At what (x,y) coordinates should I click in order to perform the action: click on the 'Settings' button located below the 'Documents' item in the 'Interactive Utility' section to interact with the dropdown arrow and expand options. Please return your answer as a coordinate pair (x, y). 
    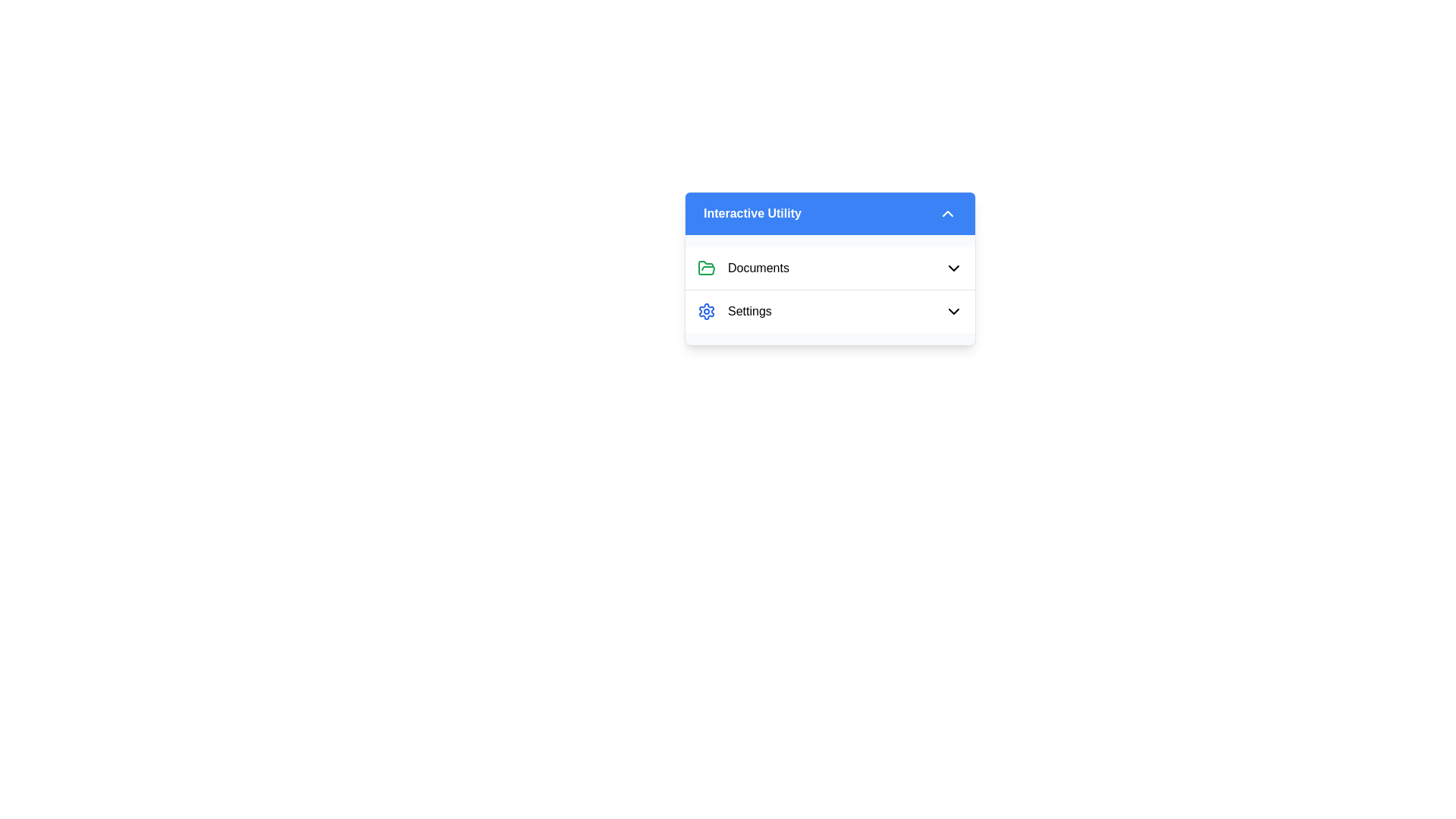
    Looking at the image, I should click on (829, 311).